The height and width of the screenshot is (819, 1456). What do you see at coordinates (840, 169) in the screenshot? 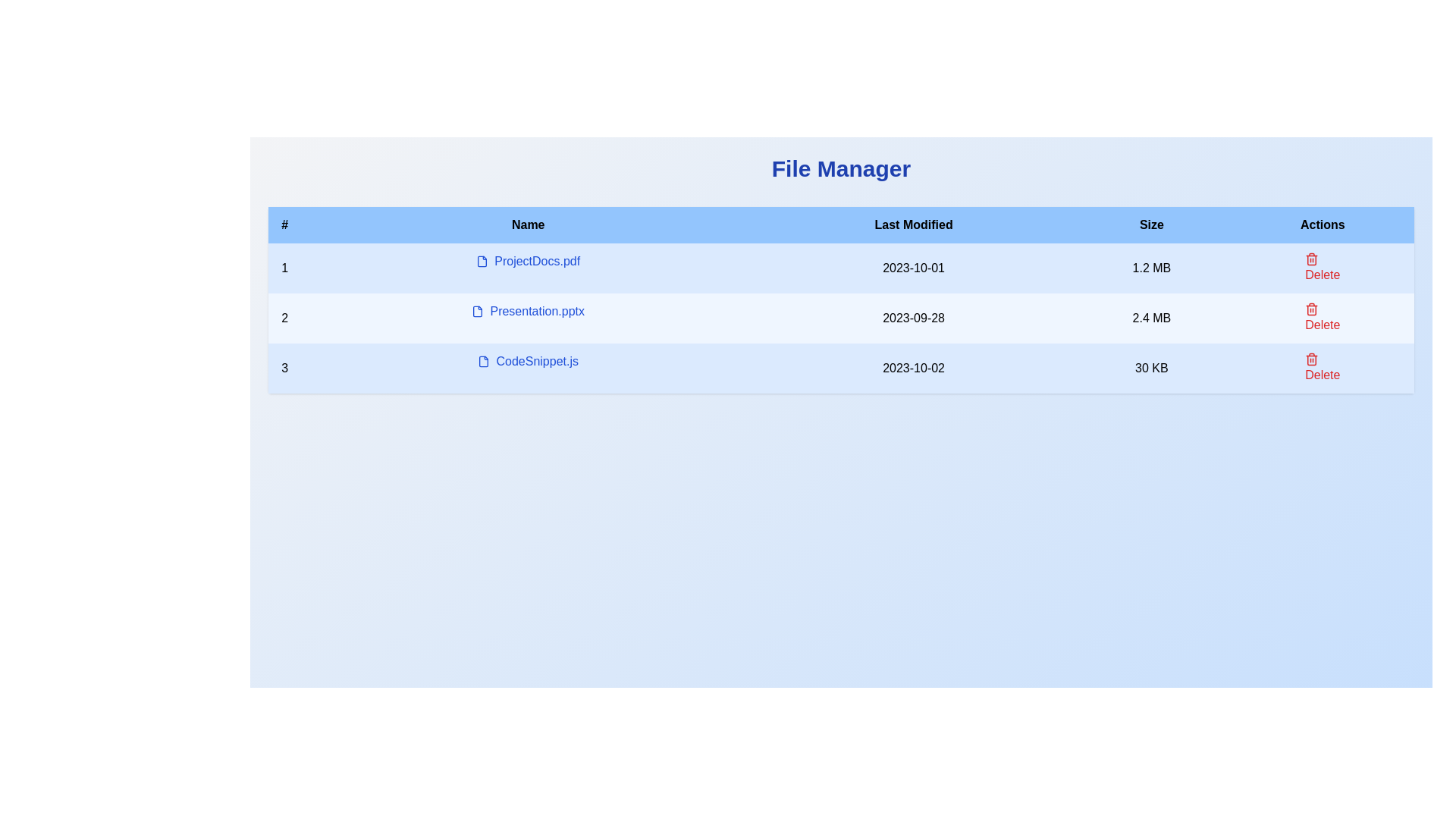
I see `the Text Label that serves as the title or heading of the current page, located at the top of the content section above the table displaying files` at bounding box center [840, 169].